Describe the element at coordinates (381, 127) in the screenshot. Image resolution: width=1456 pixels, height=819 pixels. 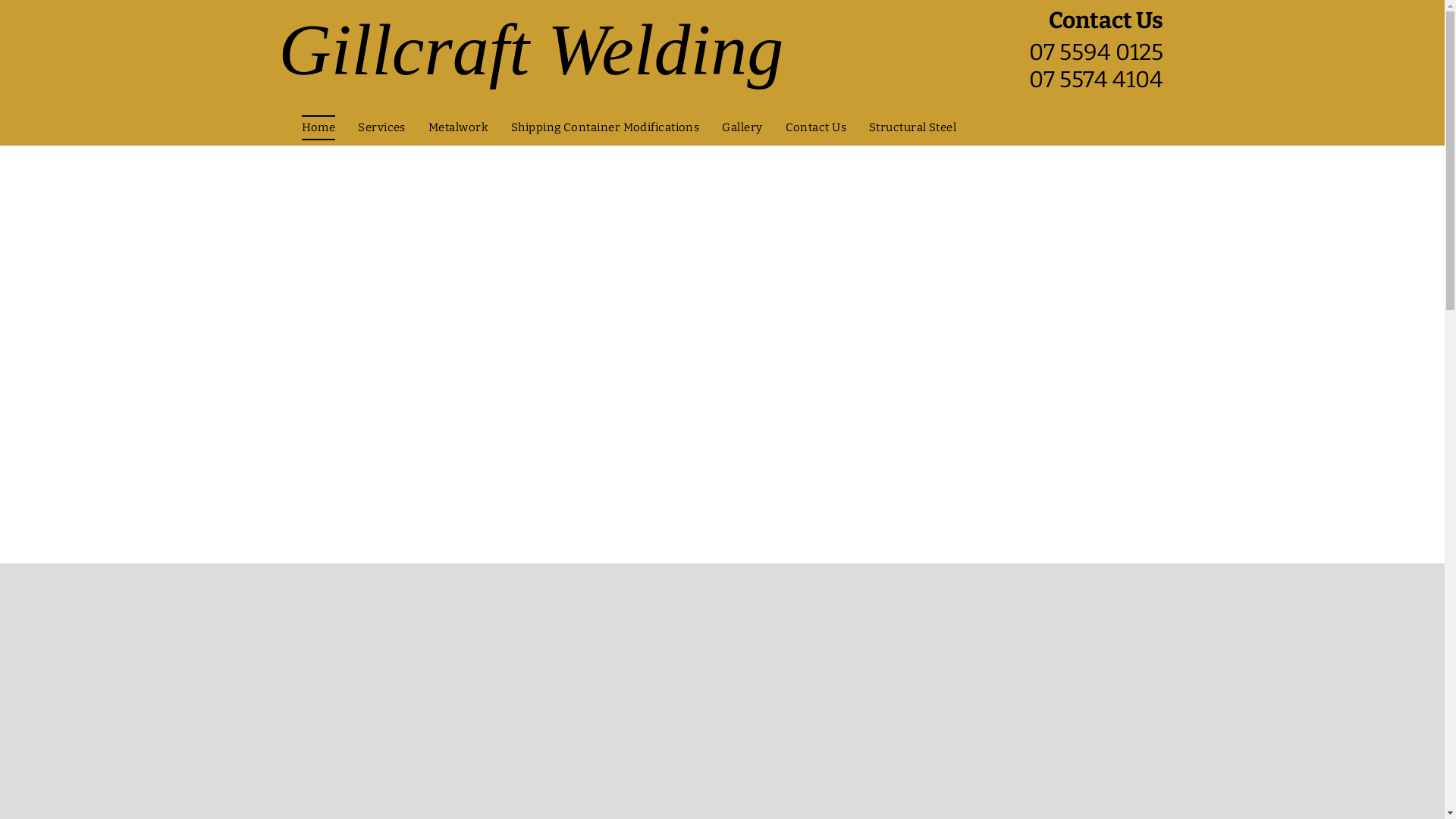
I see `'Services'` at that location.